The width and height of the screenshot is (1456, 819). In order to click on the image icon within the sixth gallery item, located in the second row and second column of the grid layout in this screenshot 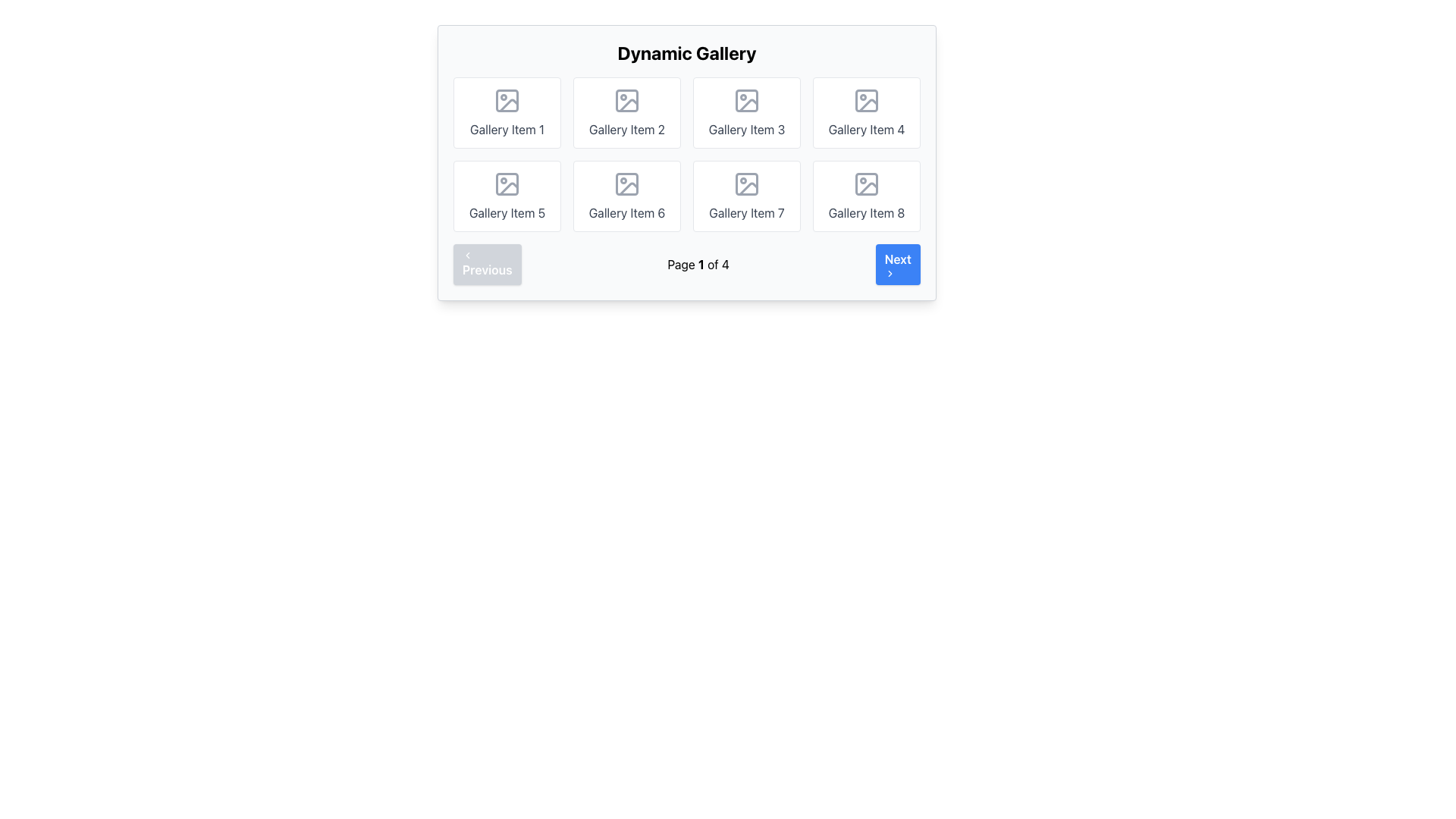, I will do `click(626, 184)`.